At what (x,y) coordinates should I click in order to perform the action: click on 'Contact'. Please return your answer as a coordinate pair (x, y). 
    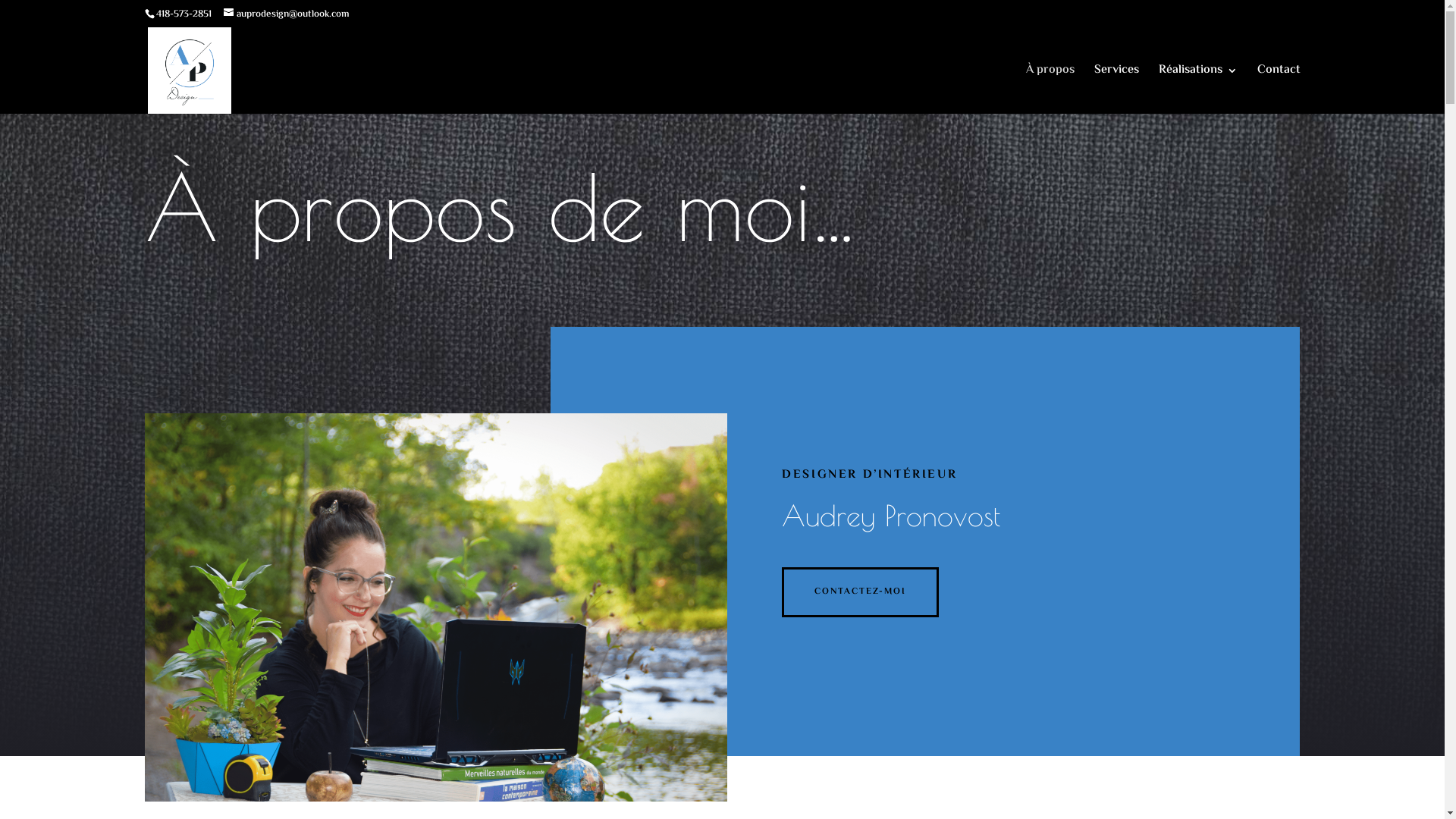
    Looking at the image, I should click on (1257, 89).